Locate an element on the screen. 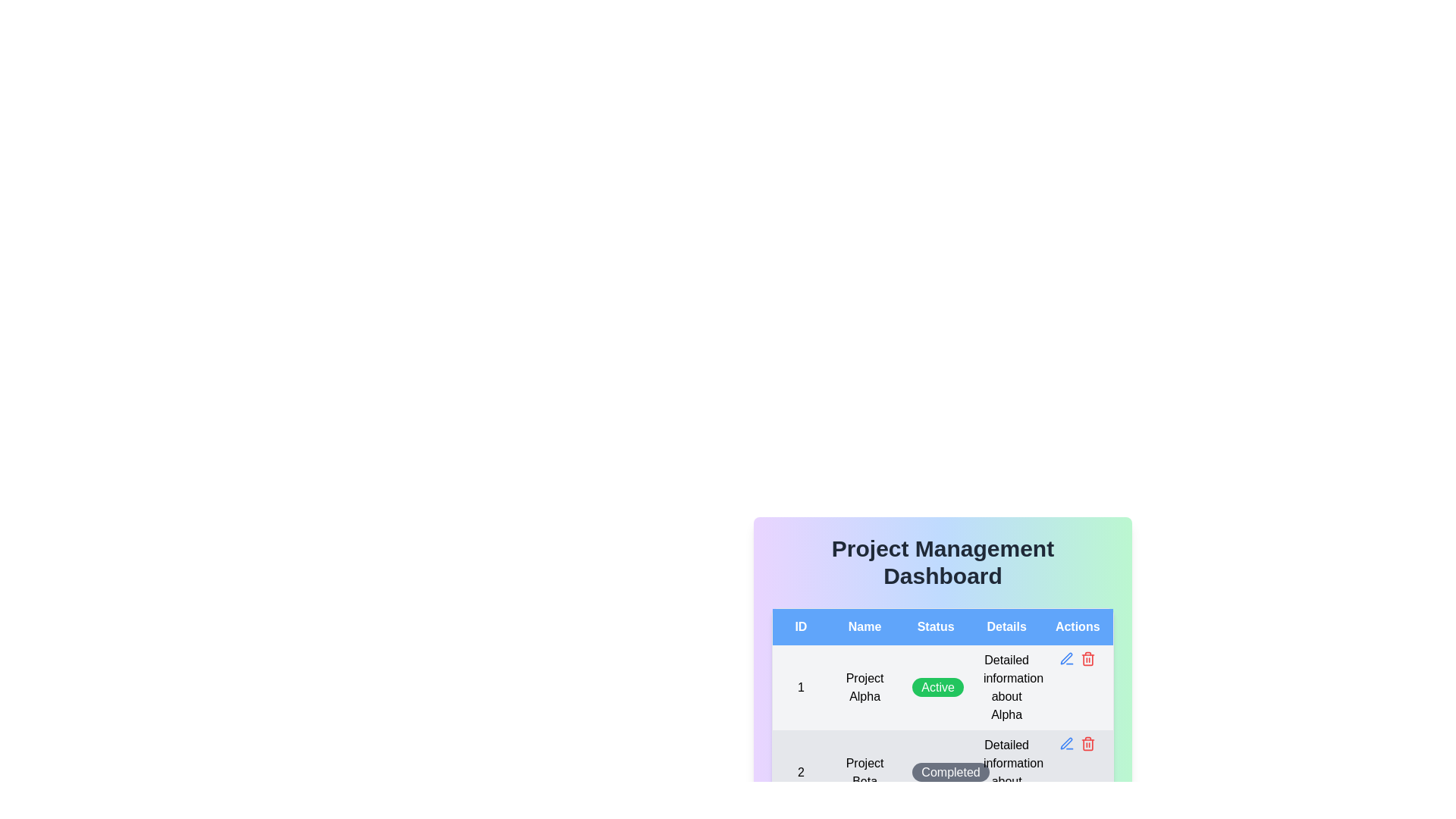  the deletion button located as the second interactive icon in the 'Actions' column of the table row for 'Project Beta' is located at coordinates (1087, 742).